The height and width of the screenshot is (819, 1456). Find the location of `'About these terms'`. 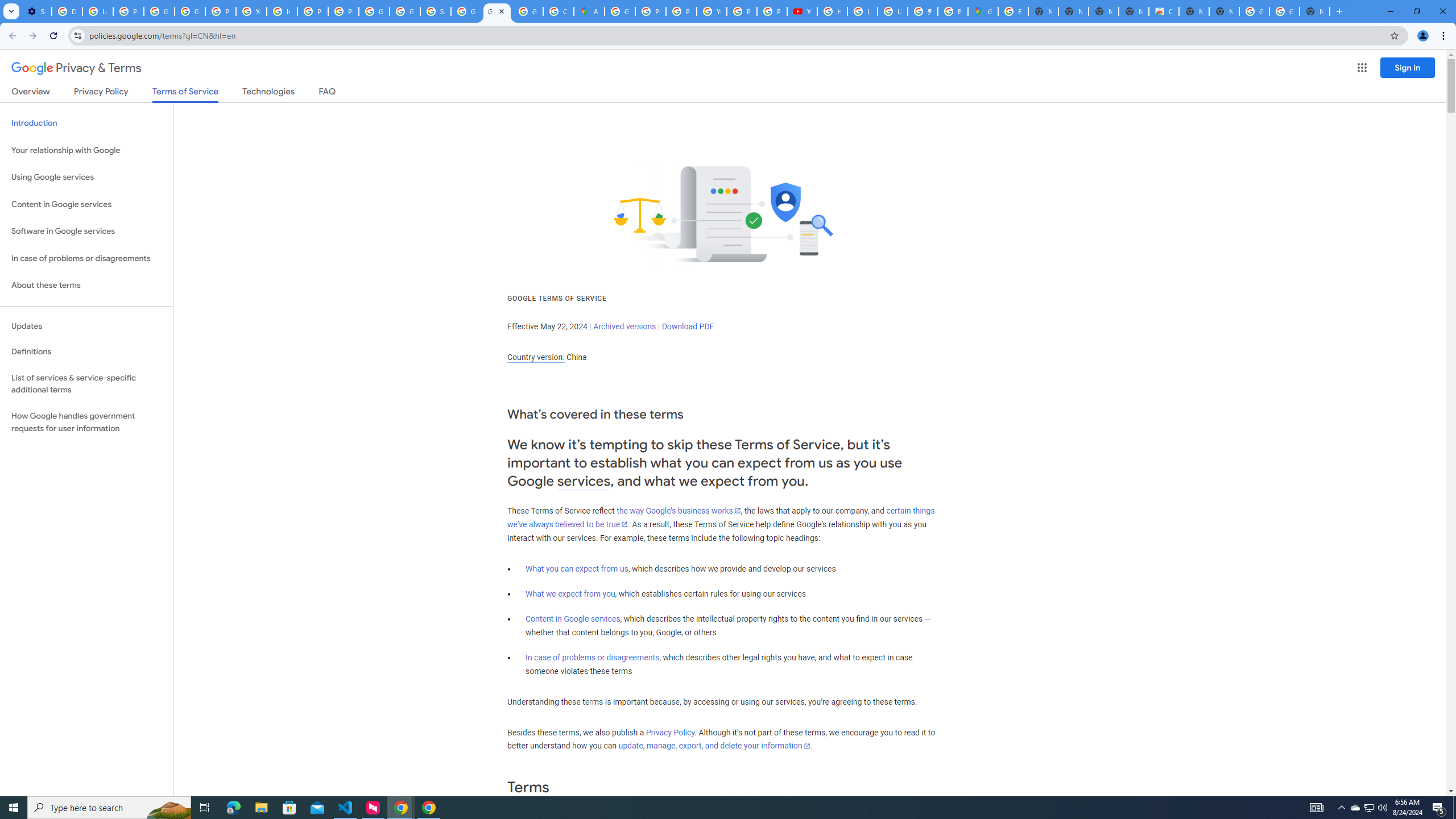

'About these terms' is located at coordinates (86, 285).